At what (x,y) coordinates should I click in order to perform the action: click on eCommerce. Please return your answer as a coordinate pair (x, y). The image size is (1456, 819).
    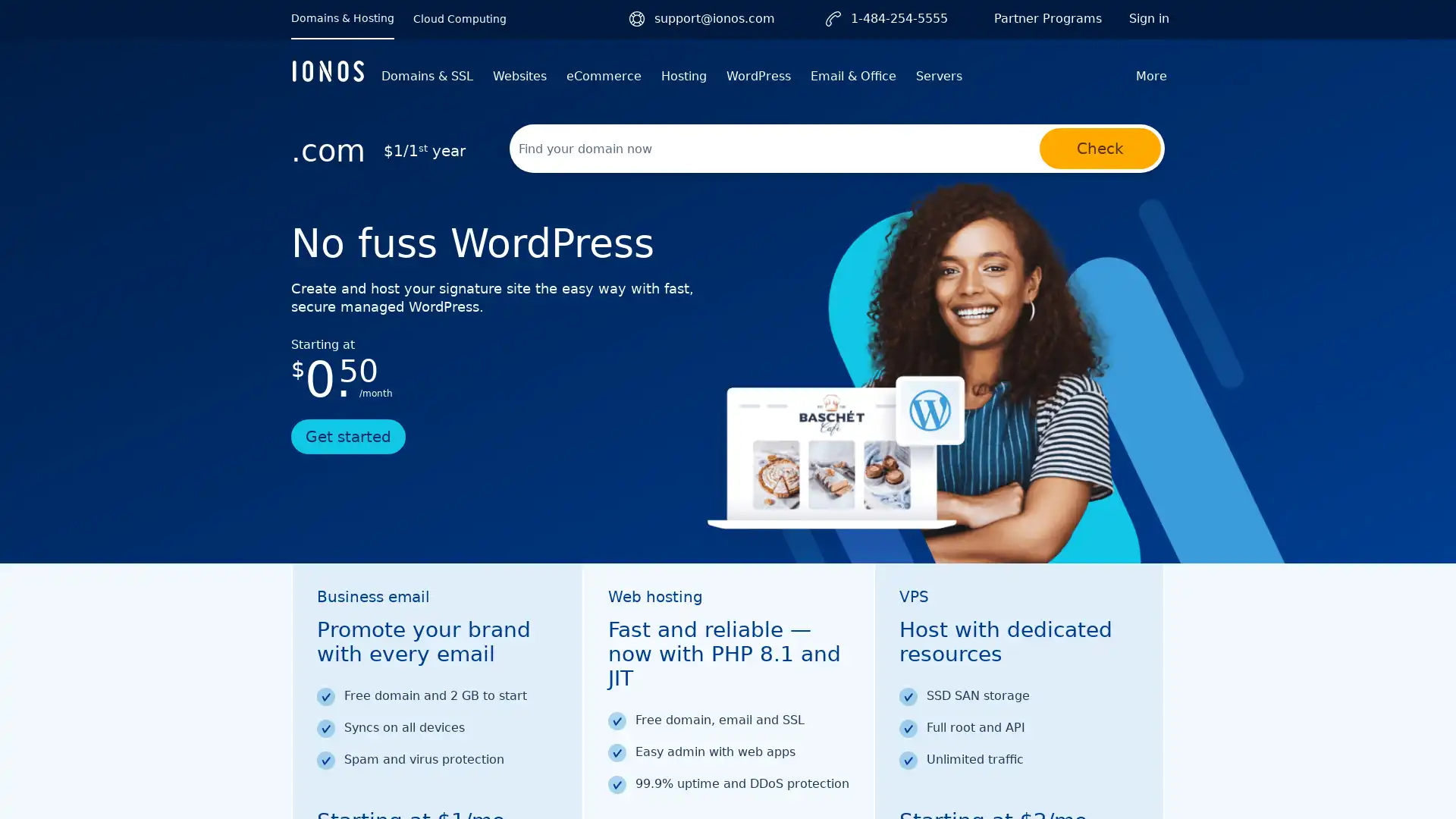
    Looking at the image, I should click on (603, 76).